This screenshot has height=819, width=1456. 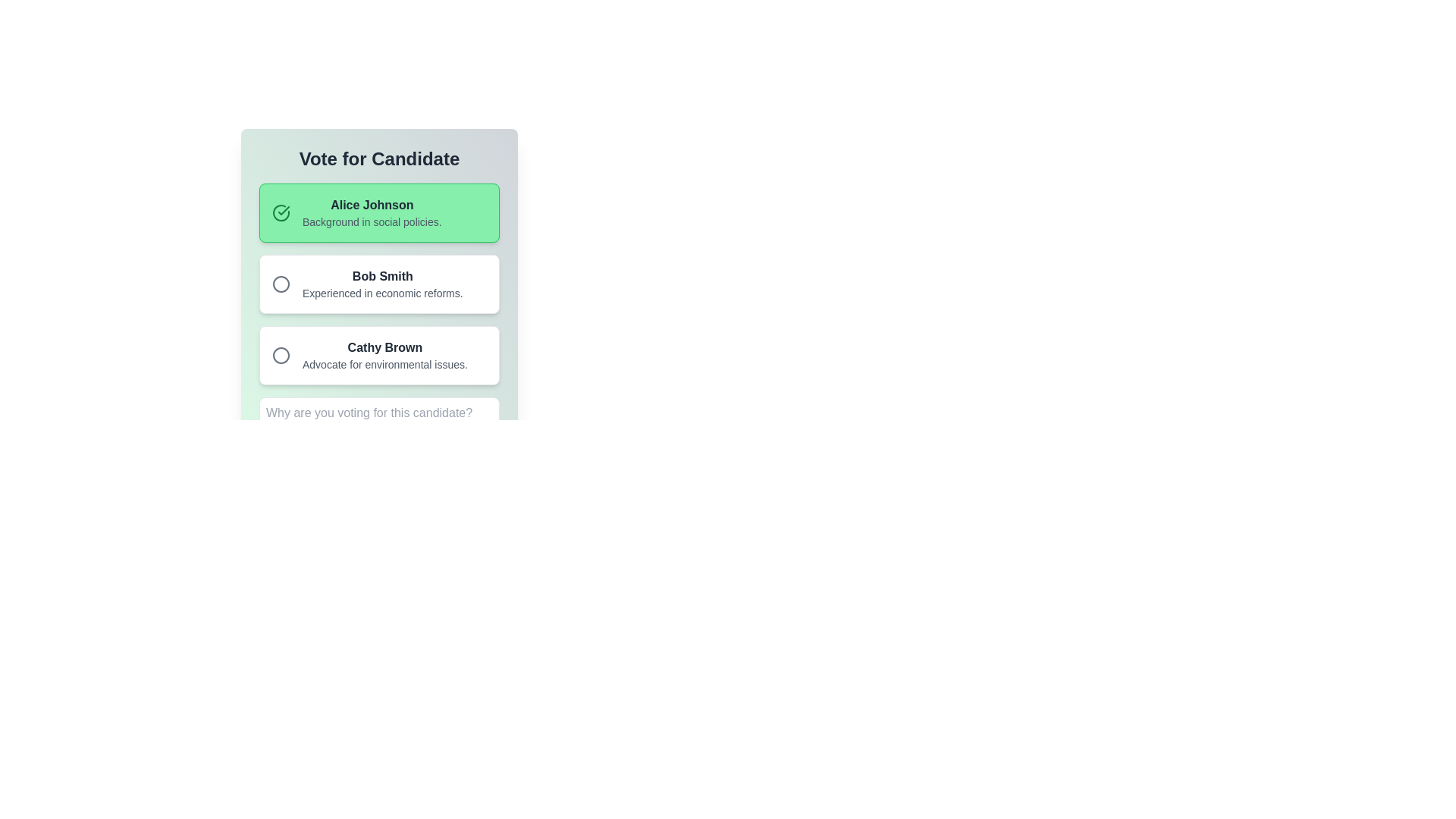 I want to click on the text label providing information about the candidate 'Cathy Brown's' focus area on environmental advocacy, located directly beneath the candidate's name in the selection interface, so click(x=385, y=365).